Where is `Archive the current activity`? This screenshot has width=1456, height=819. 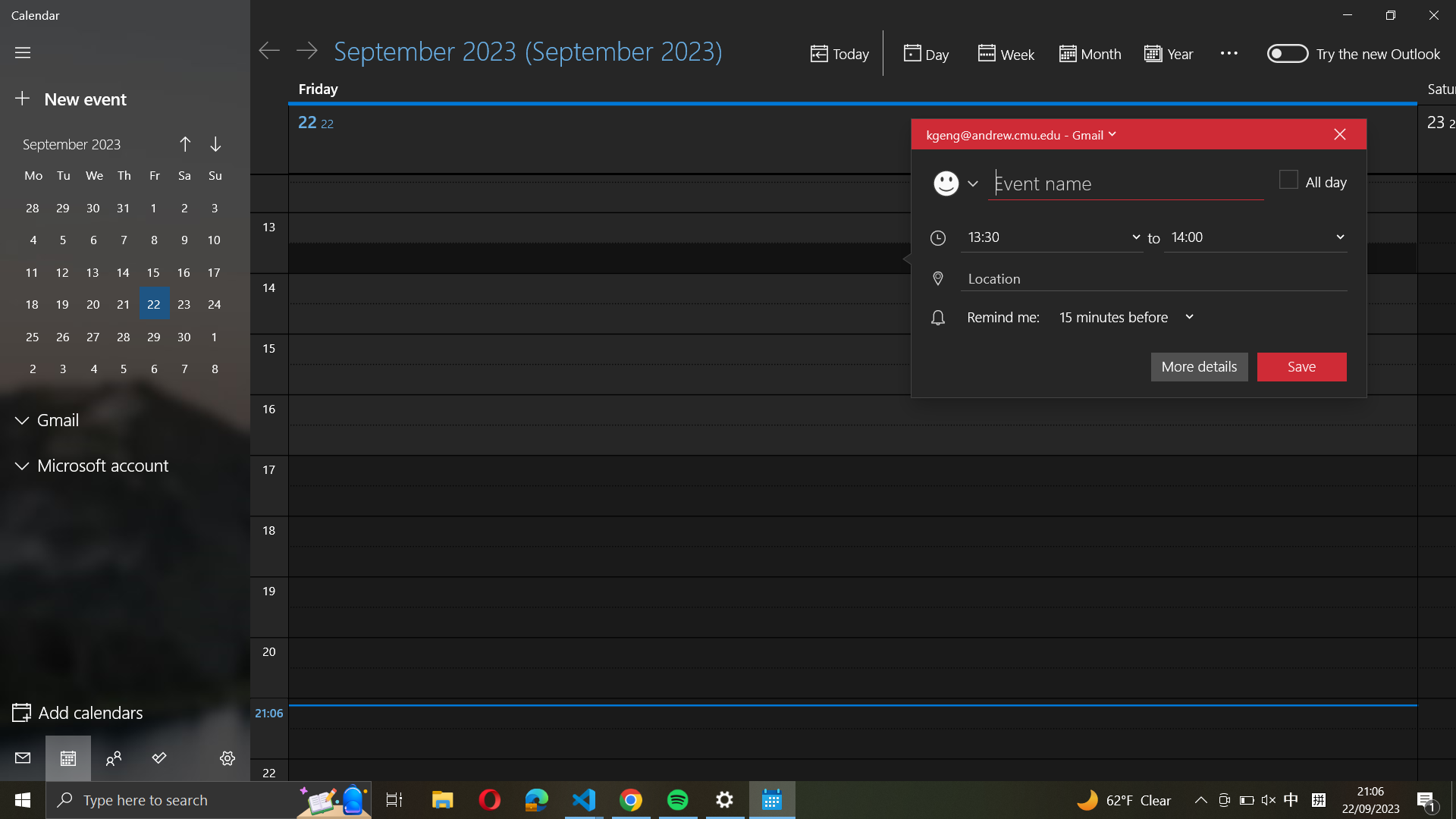
Archive the current activity is located at coordinates (1301, 366).